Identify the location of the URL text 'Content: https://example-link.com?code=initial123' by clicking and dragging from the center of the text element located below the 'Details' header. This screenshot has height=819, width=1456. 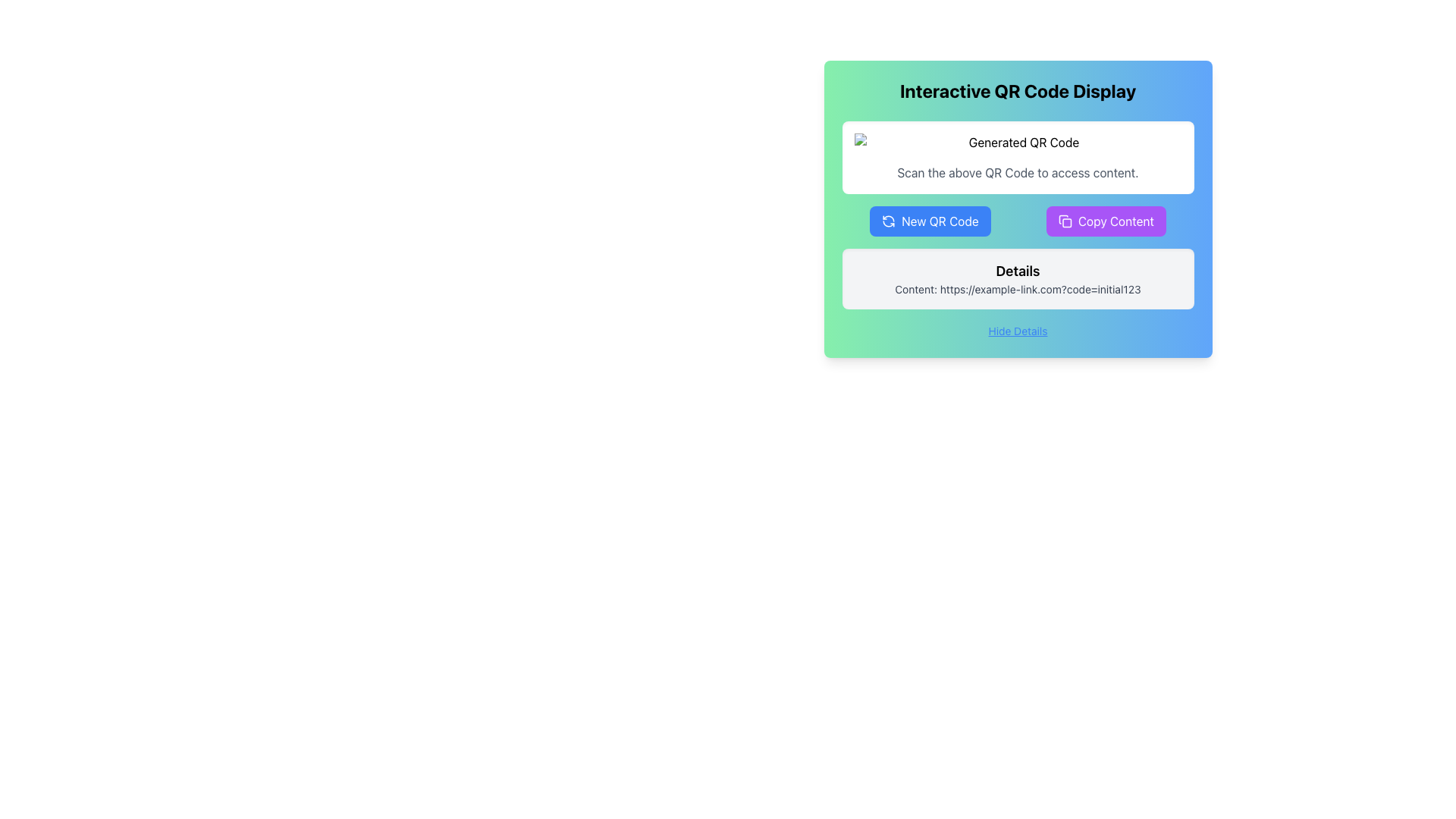
(1018, 289).